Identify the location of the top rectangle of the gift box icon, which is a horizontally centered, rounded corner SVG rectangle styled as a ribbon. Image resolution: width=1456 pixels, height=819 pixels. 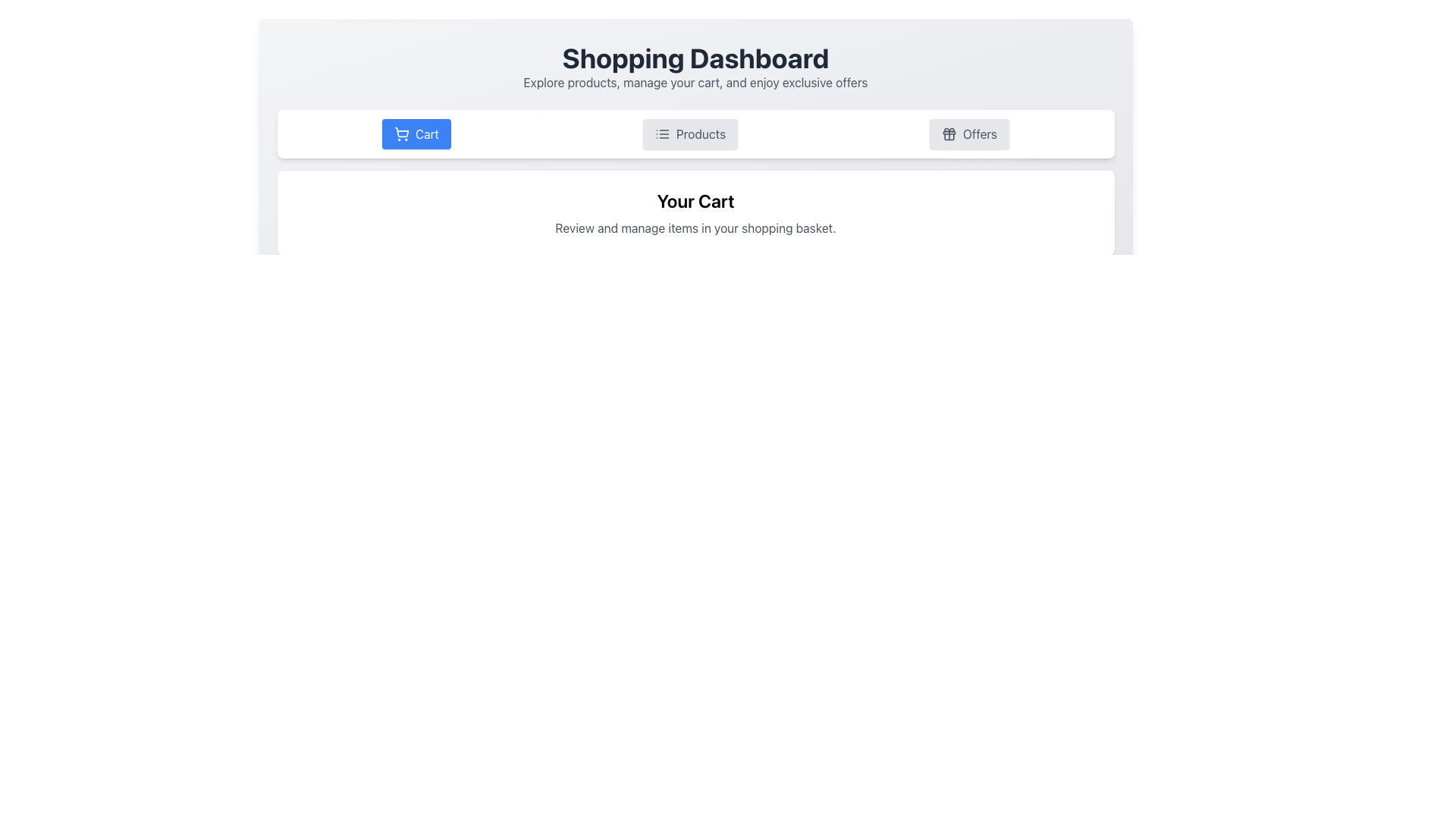
(948, 132).